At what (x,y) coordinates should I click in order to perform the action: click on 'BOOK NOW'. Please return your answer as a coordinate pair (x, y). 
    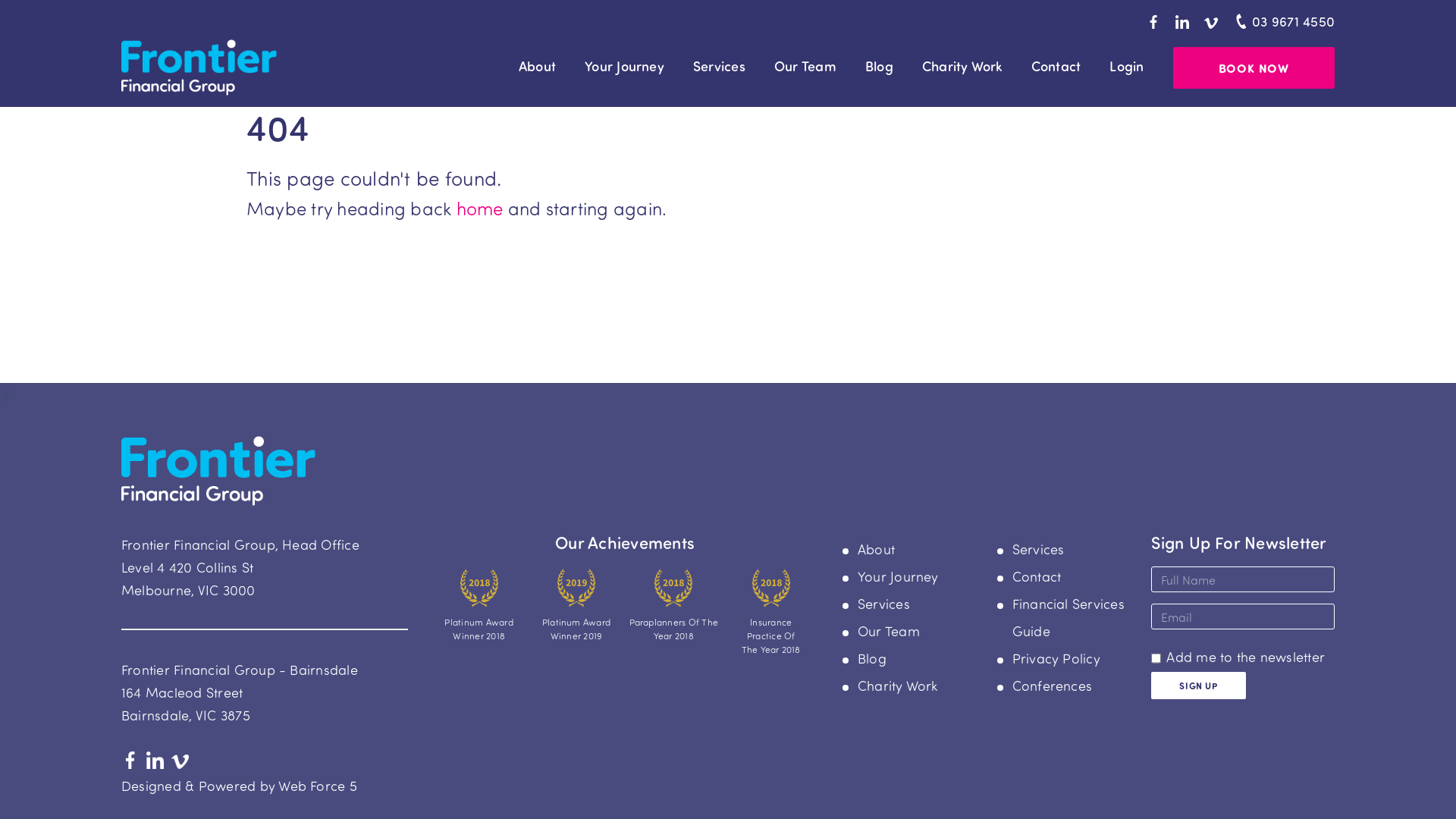
    Looking at the image, I should click on (1254, 67).